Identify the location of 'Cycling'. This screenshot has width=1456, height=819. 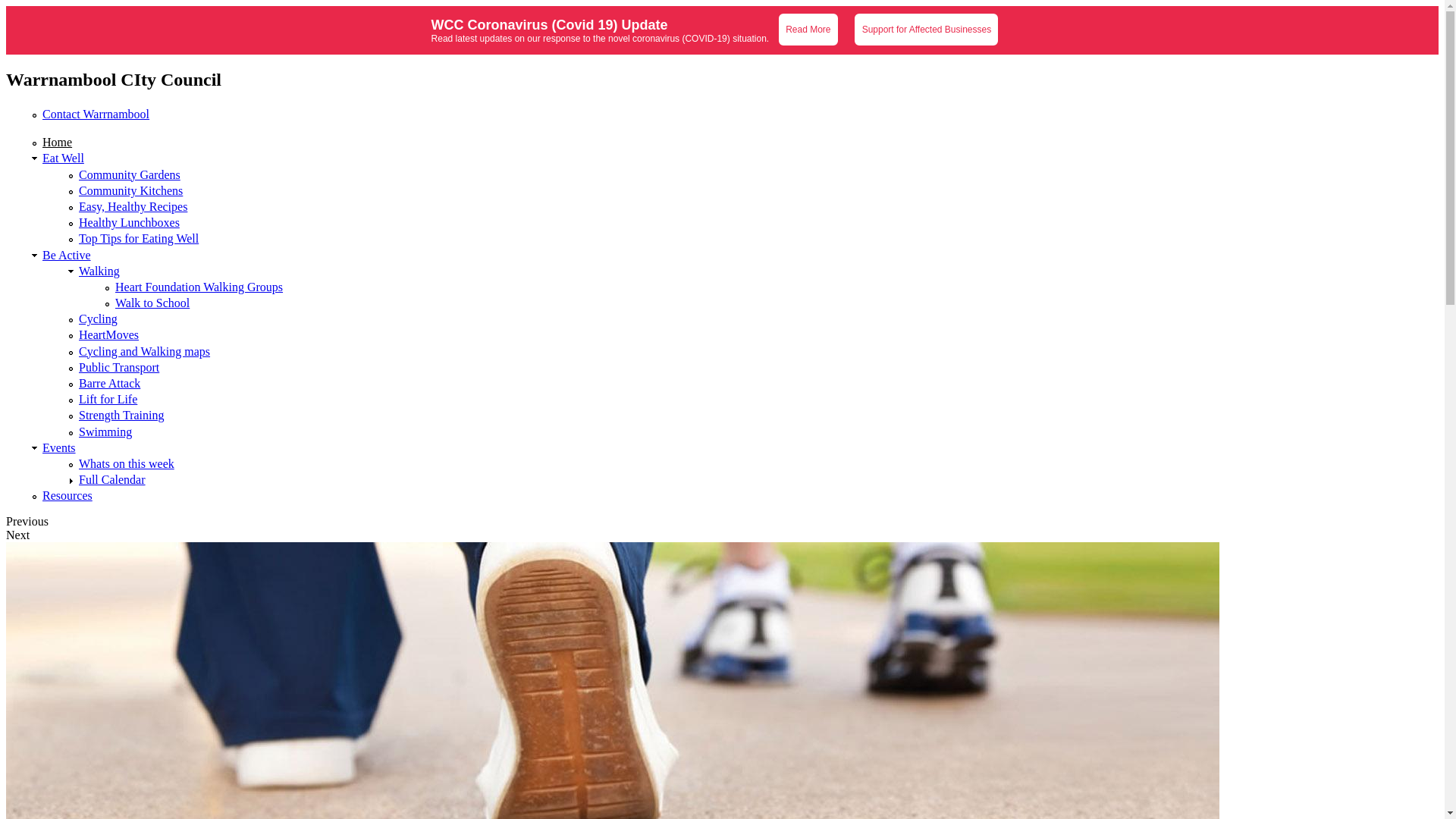
(97, 318).